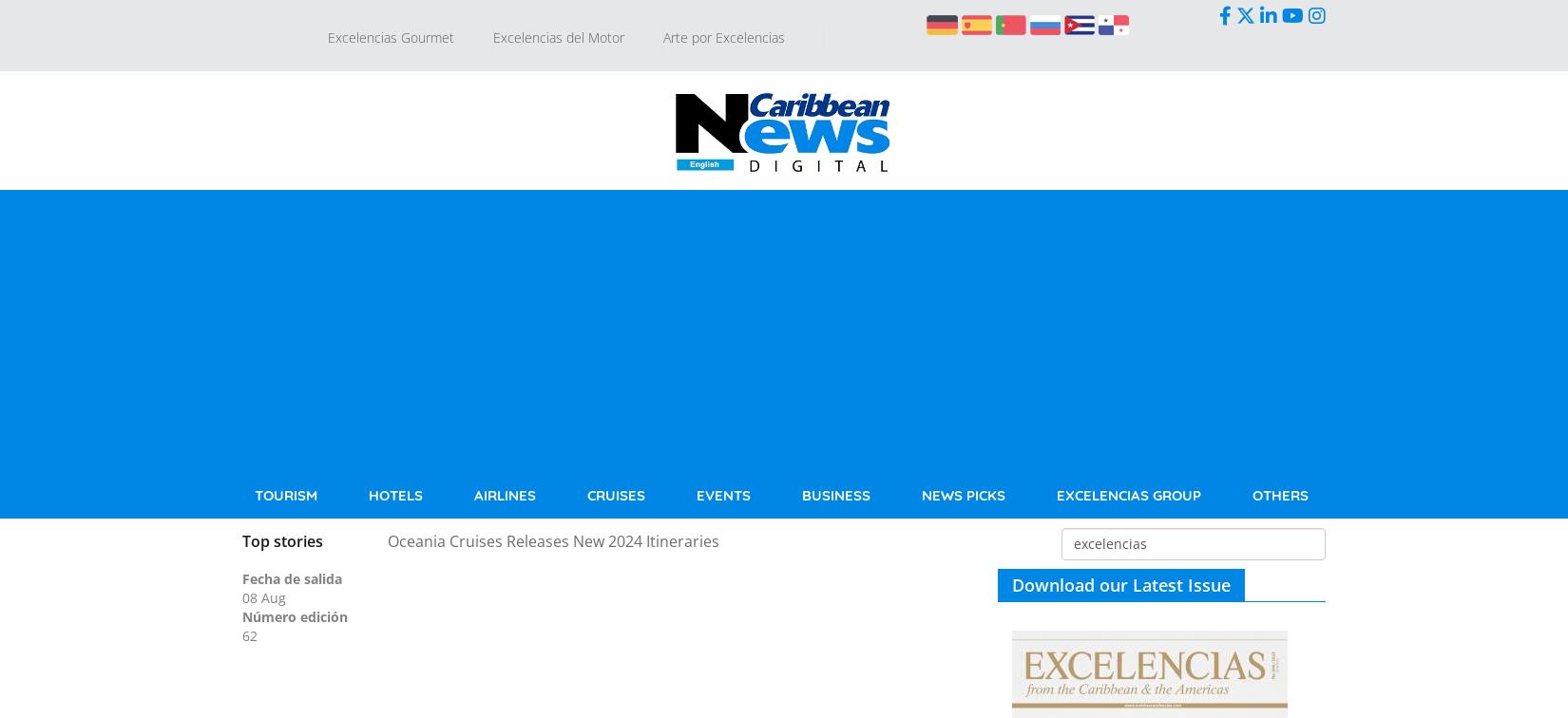 Image resolution: width=1568 pixels, height=718 pixels. I want to click on 'Business', so click(835, 495).